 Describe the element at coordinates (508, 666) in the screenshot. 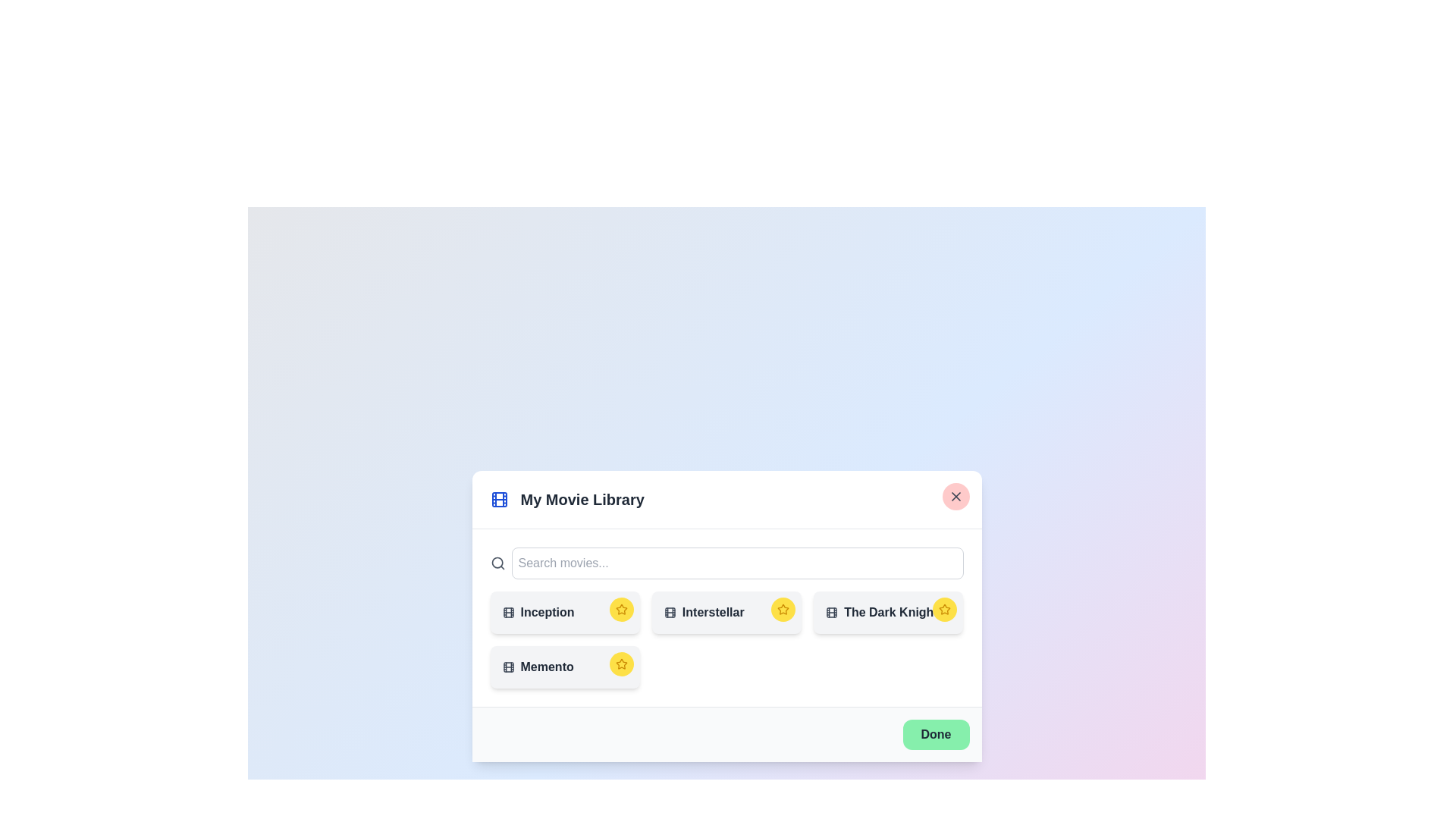

I see `the small film-strip style icon, which is medium gray with rounded corners, positioned to the left of the movie title 'Memento'` at that location.